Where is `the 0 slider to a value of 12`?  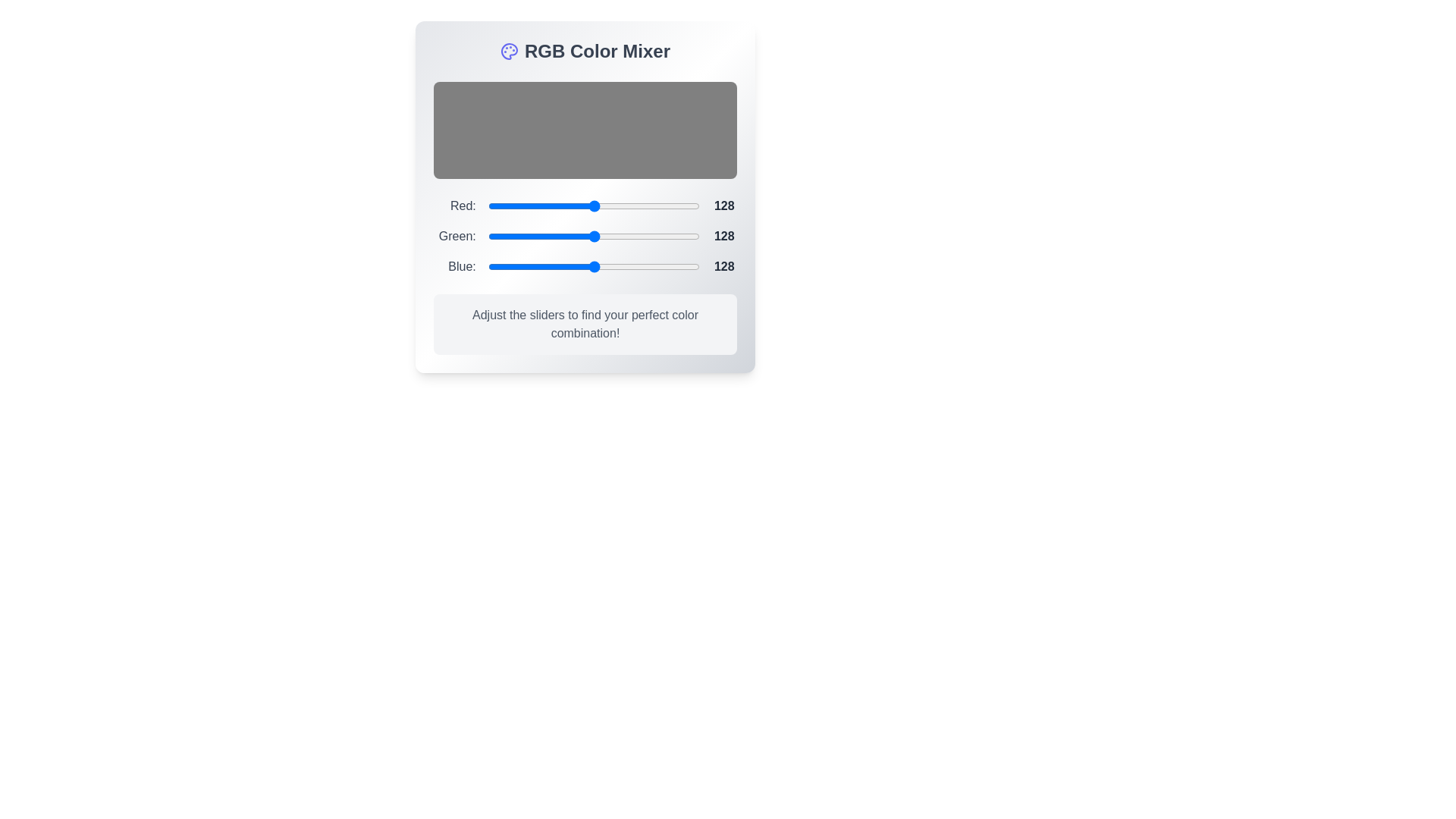
the 0 slider to a value of 12 is located at coordinates (598, 206).